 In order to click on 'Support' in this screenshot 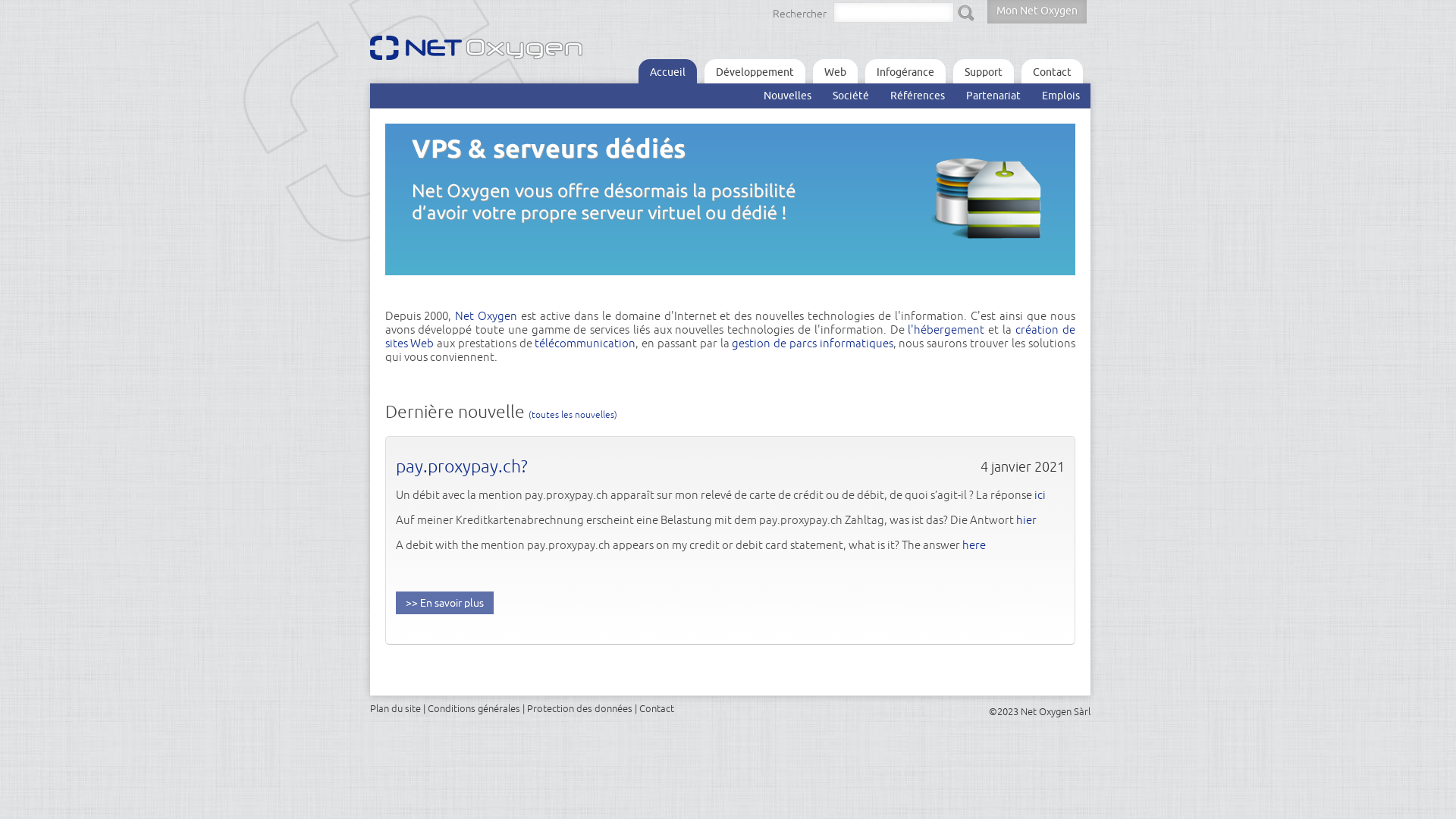, I will do `click(952, 71)`.